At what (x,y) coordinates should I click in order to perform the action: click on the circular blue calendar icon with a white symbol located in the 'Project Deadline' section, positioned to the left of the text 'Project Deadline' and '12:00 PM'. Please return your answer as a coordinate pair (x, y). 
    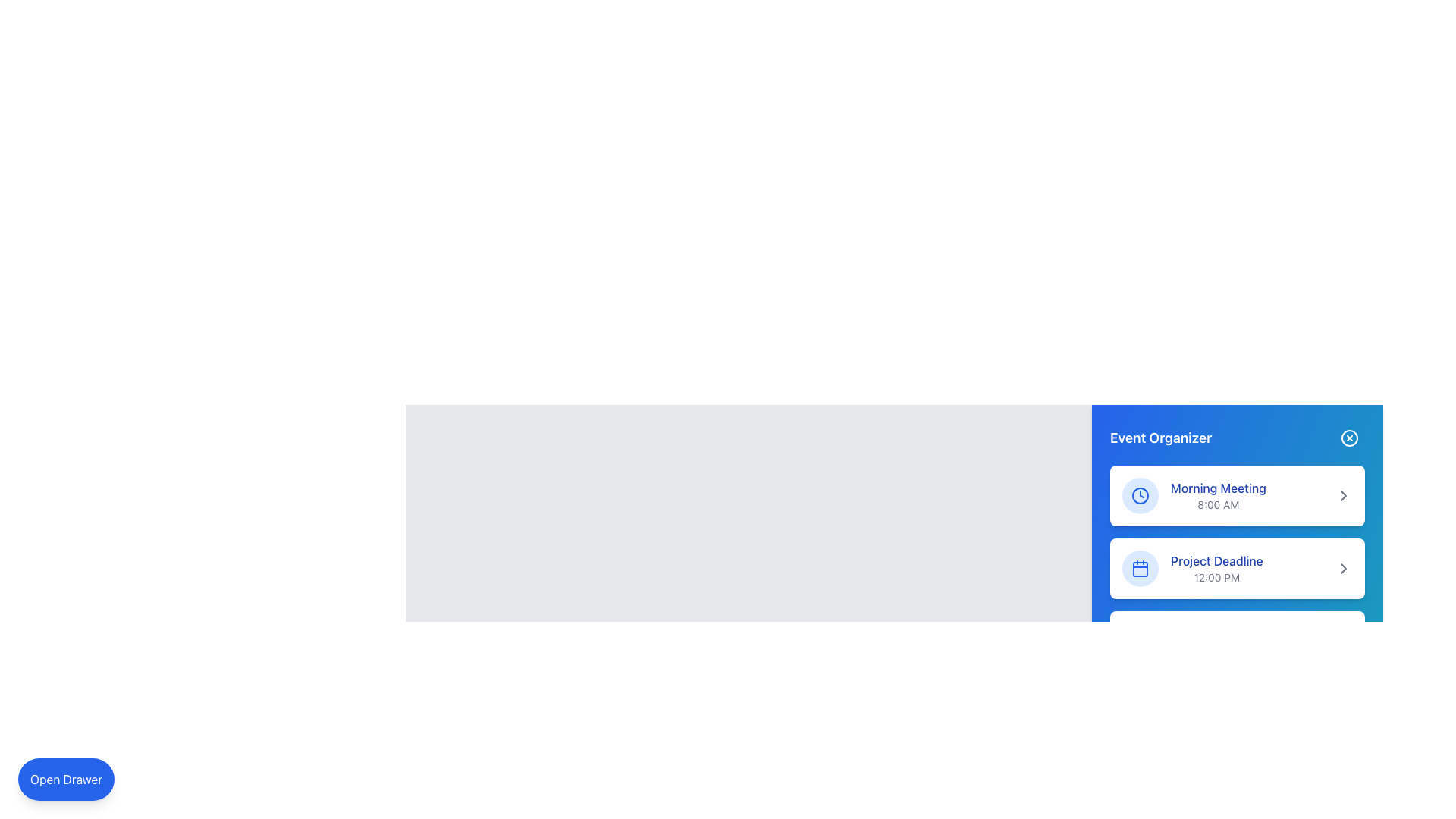
    Looking at the image, I should click on (1140, 568).